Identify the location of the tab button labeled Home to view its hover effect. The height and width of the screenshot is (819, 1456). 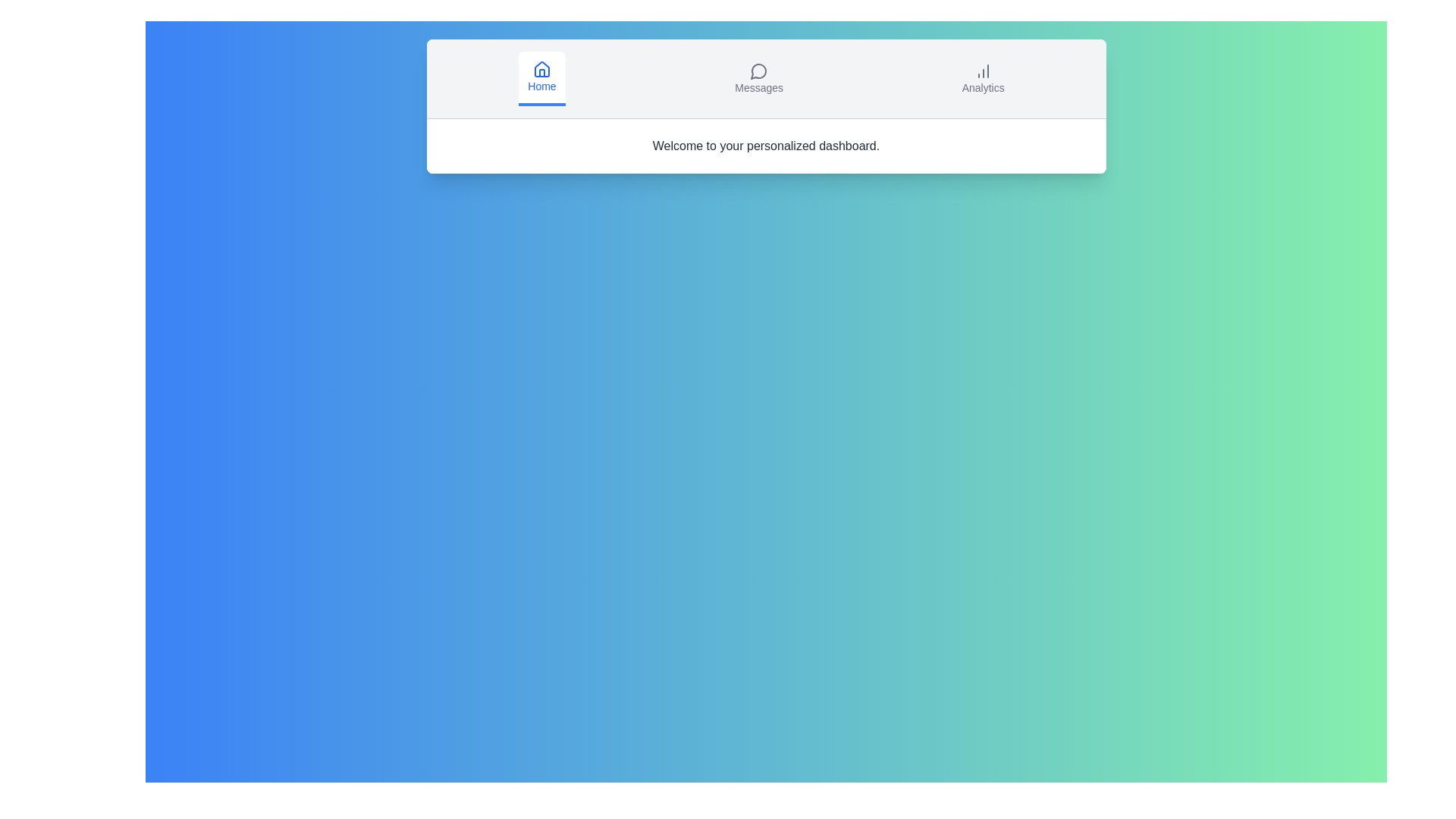
(541, 79).